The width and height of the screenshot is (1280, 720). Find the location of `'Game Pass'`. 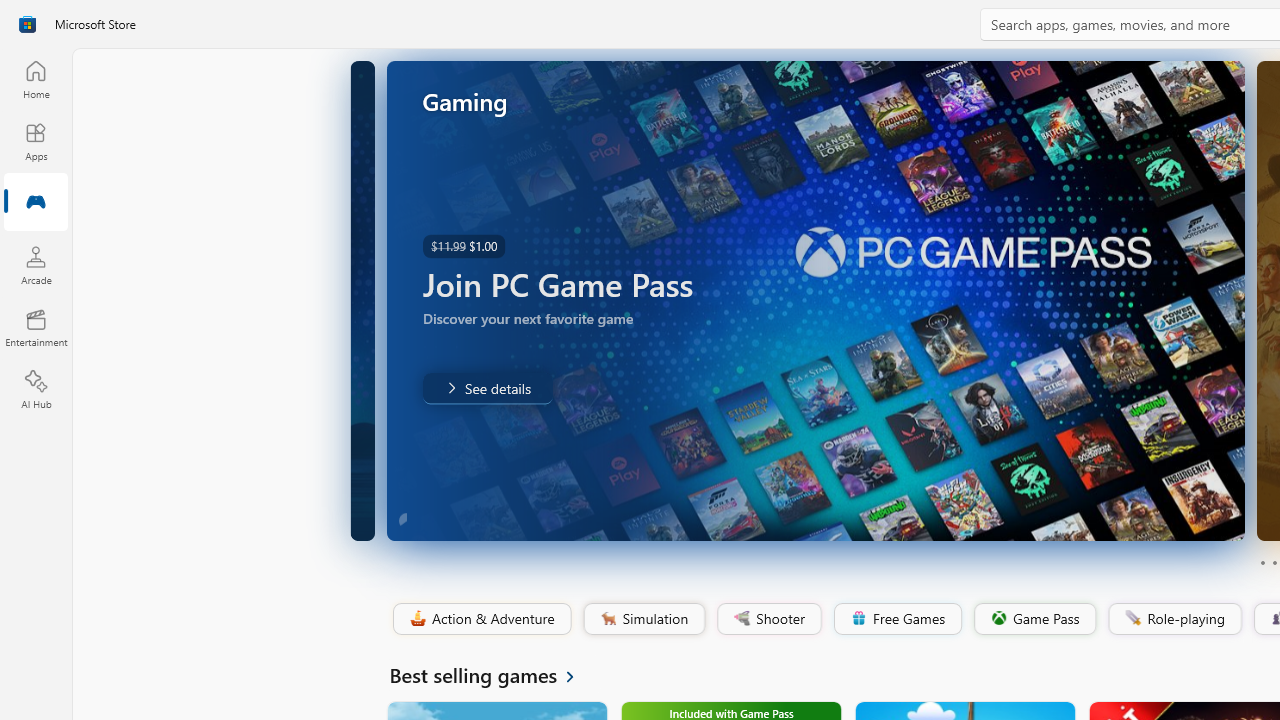

'Game Pass' is located at coordinates (1033, 618).